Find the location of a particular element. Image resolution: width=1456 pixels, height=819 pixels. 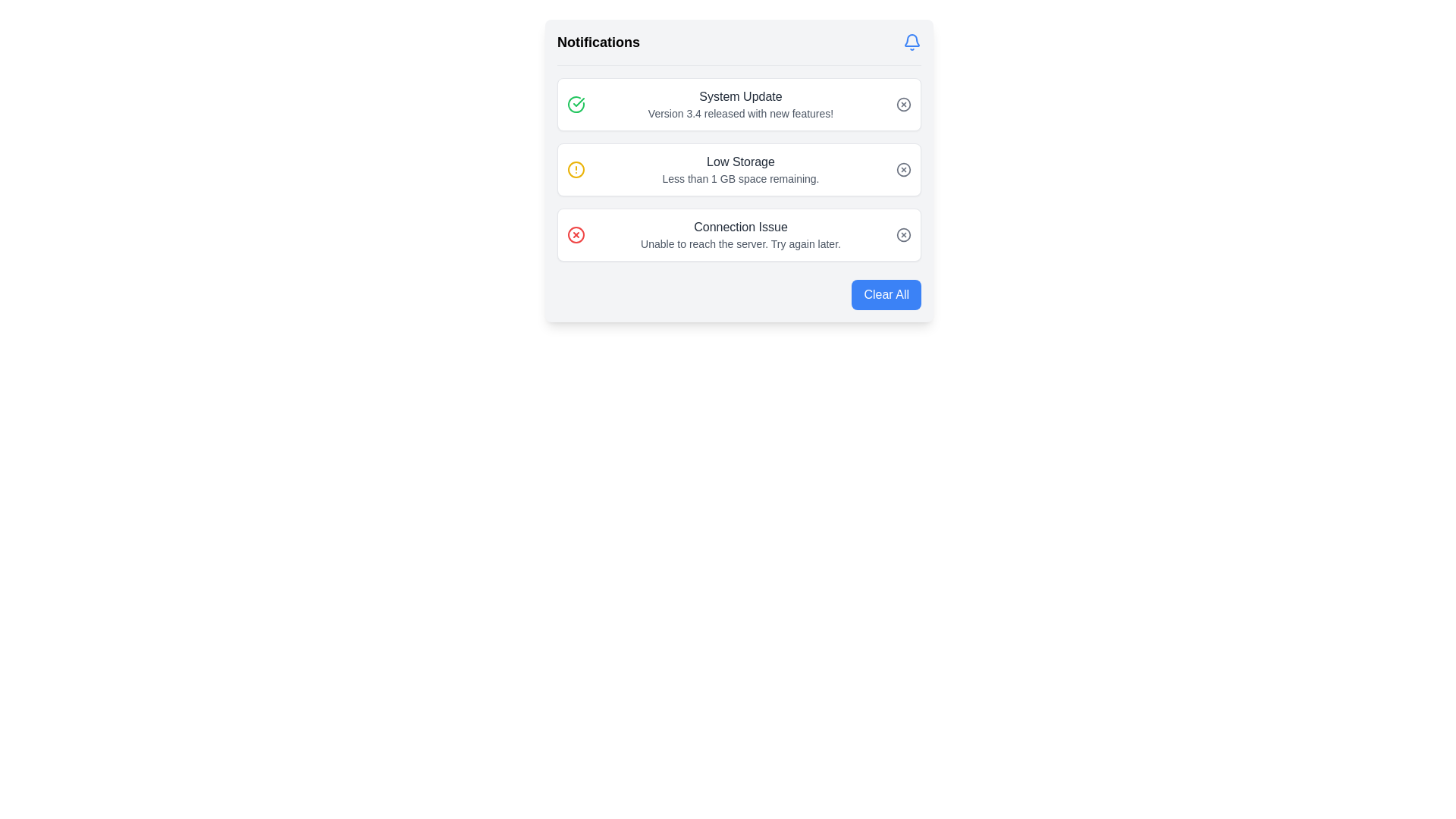

the static text label displaying 'Connection Issue' and 'Unable to reach the server. Try again later.' which is the third notification in the list is located at coordinates (741, 234).